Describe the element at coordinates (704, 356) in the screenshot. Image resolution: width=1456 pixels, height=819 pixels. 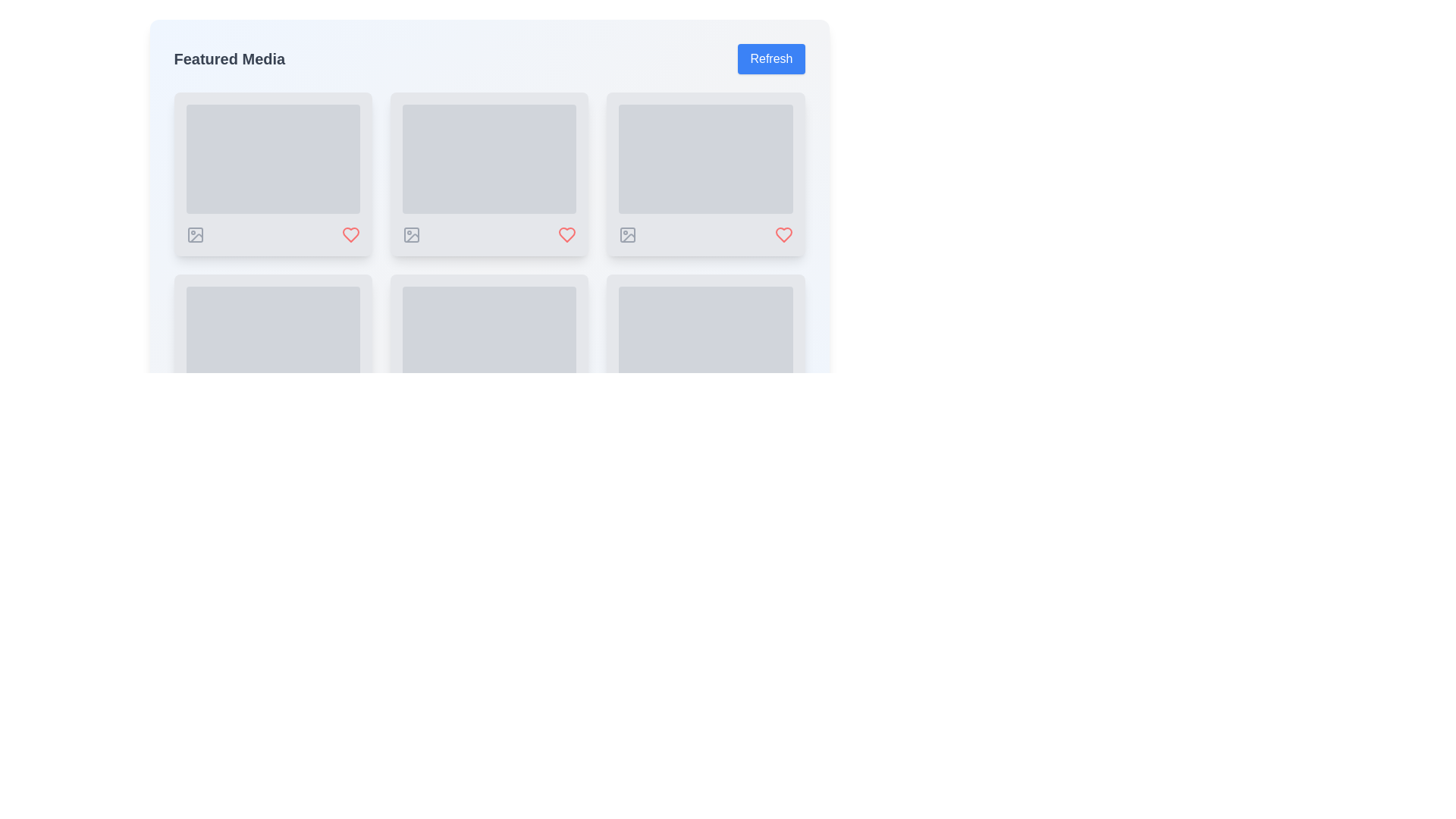
I see `details of the ninth card in the grid located in the third column of the fourth row by clicking on it` at that location.